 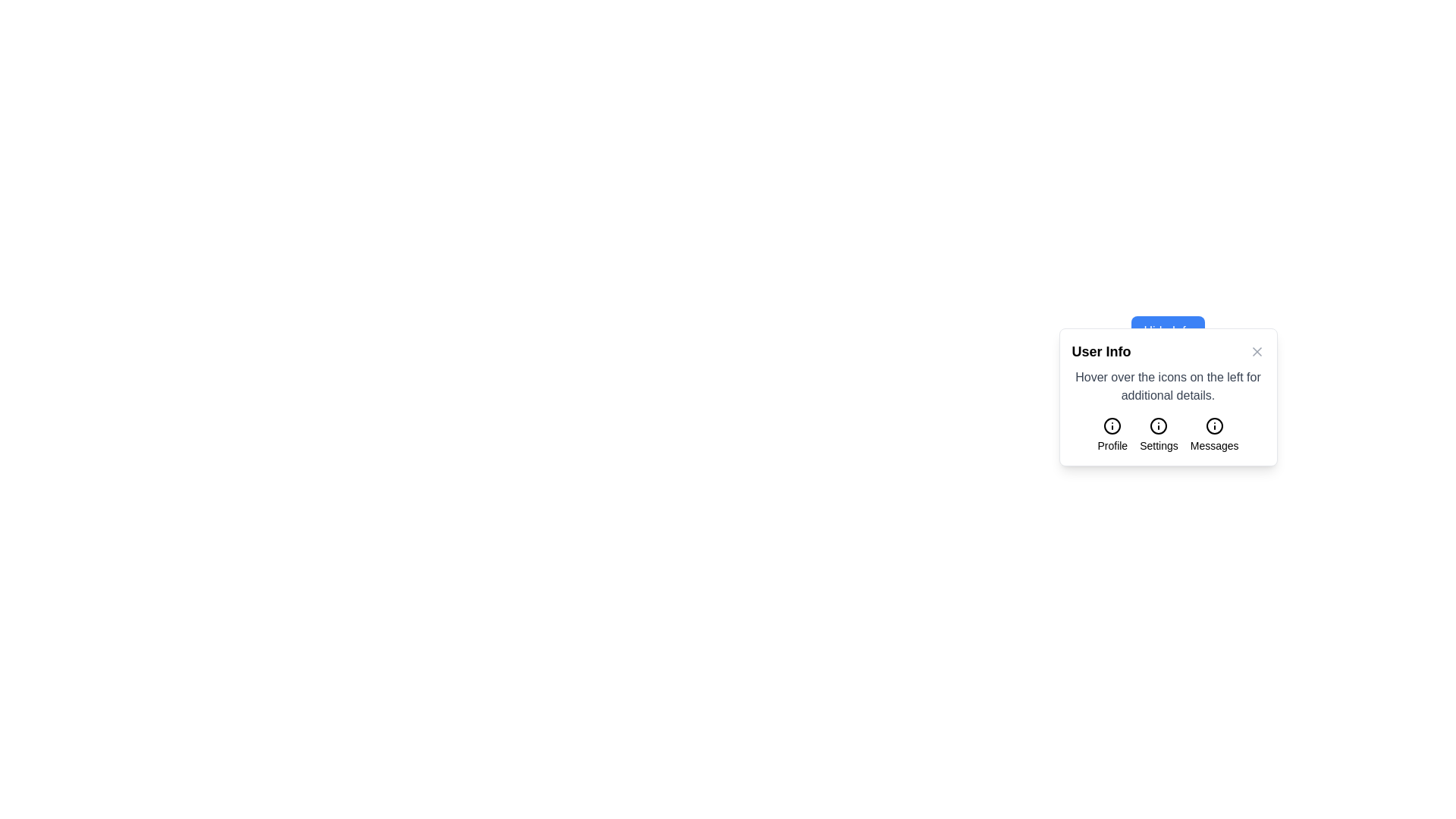 What do you see at coordinates (1101, 351) in the screenshot?
I see `the title text label that serves as a heading in the upper corner of the popup-style box` at bounding box center [1101, 351].